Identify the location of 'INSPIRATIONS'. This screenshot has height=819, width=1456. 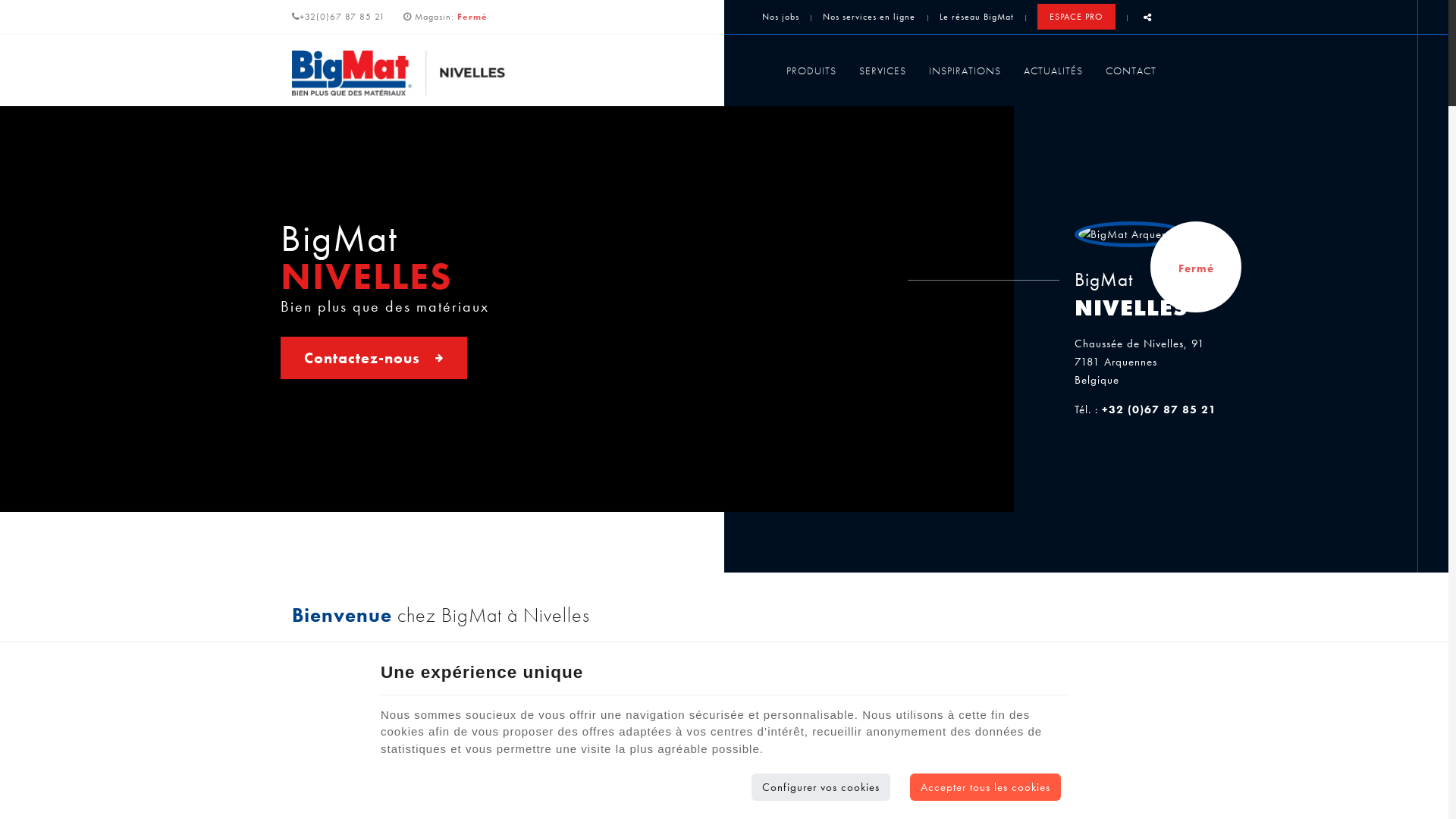
(964, 70).